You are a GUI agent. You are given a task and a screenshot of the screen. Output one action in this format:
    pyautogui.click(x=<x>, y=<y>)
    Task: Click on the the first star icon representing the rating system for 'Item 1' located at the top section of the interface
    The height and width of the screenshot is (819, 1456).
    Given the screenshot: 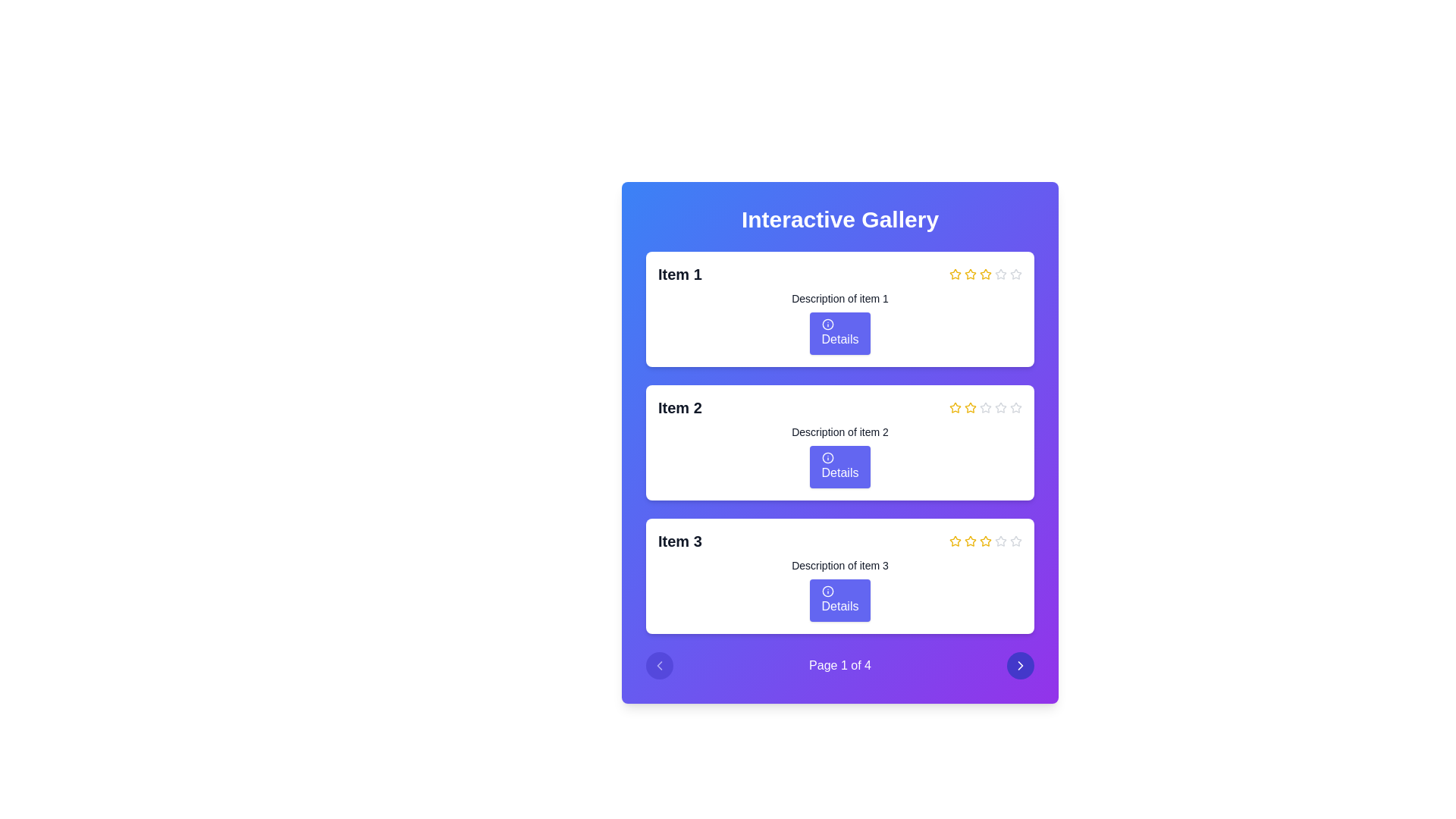 What is the action you would take?
    pyautogui.click(x=954, y=275)
    